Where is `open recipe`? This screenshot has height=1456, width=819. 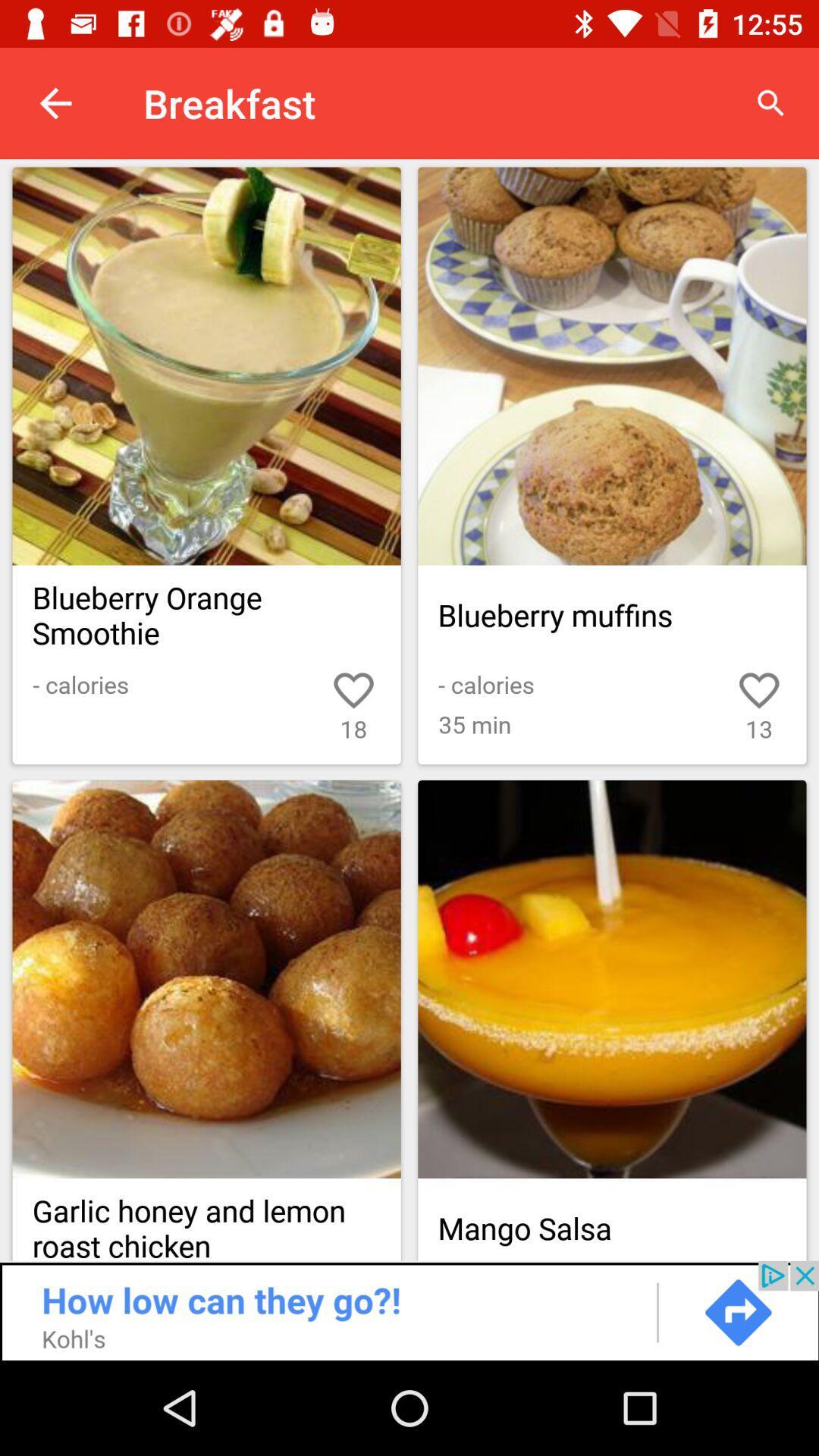
open recipe is located at coordinates (206, 366).